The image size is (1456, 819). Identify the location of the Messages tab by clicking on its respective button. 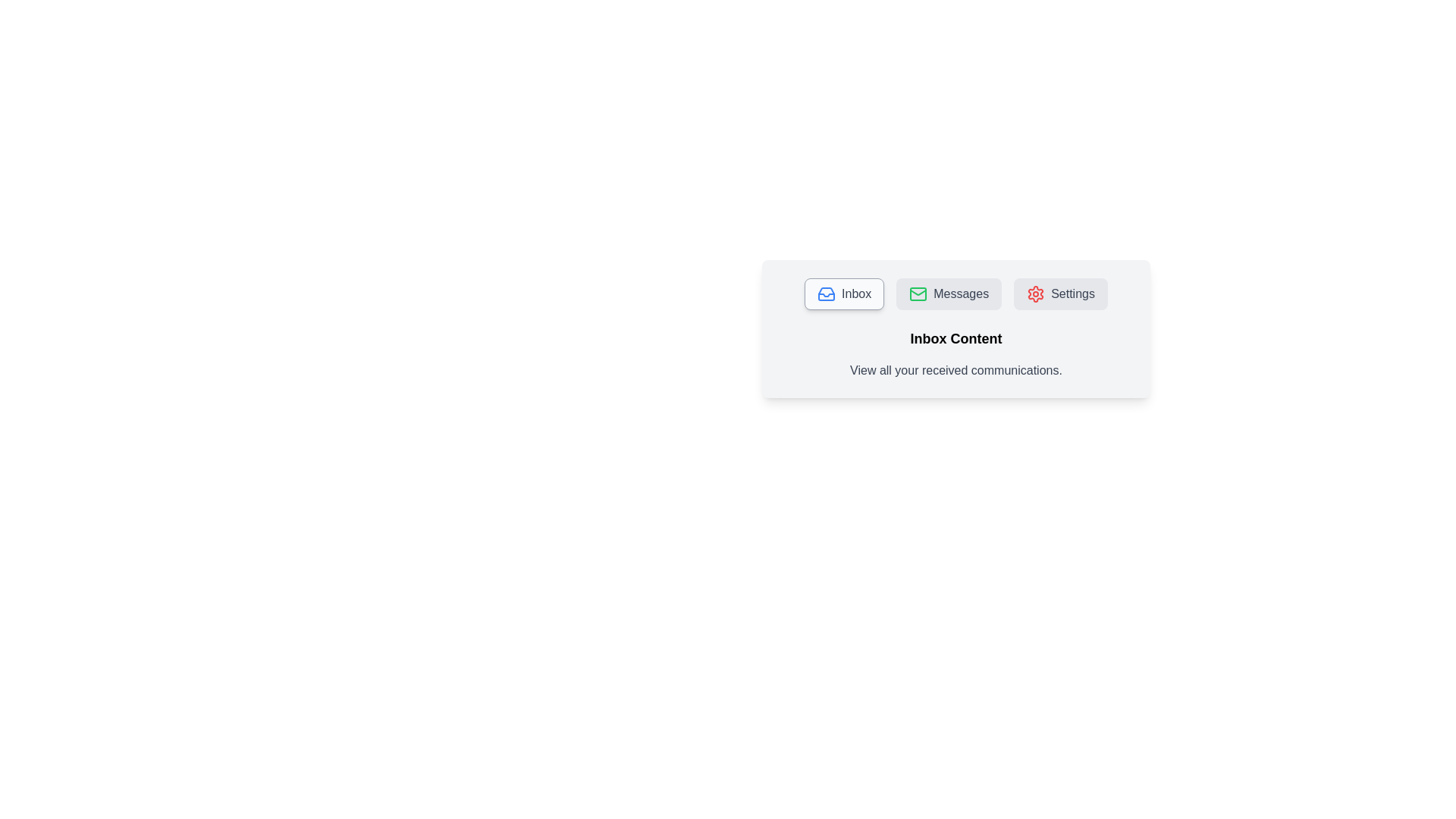
(948, 294).